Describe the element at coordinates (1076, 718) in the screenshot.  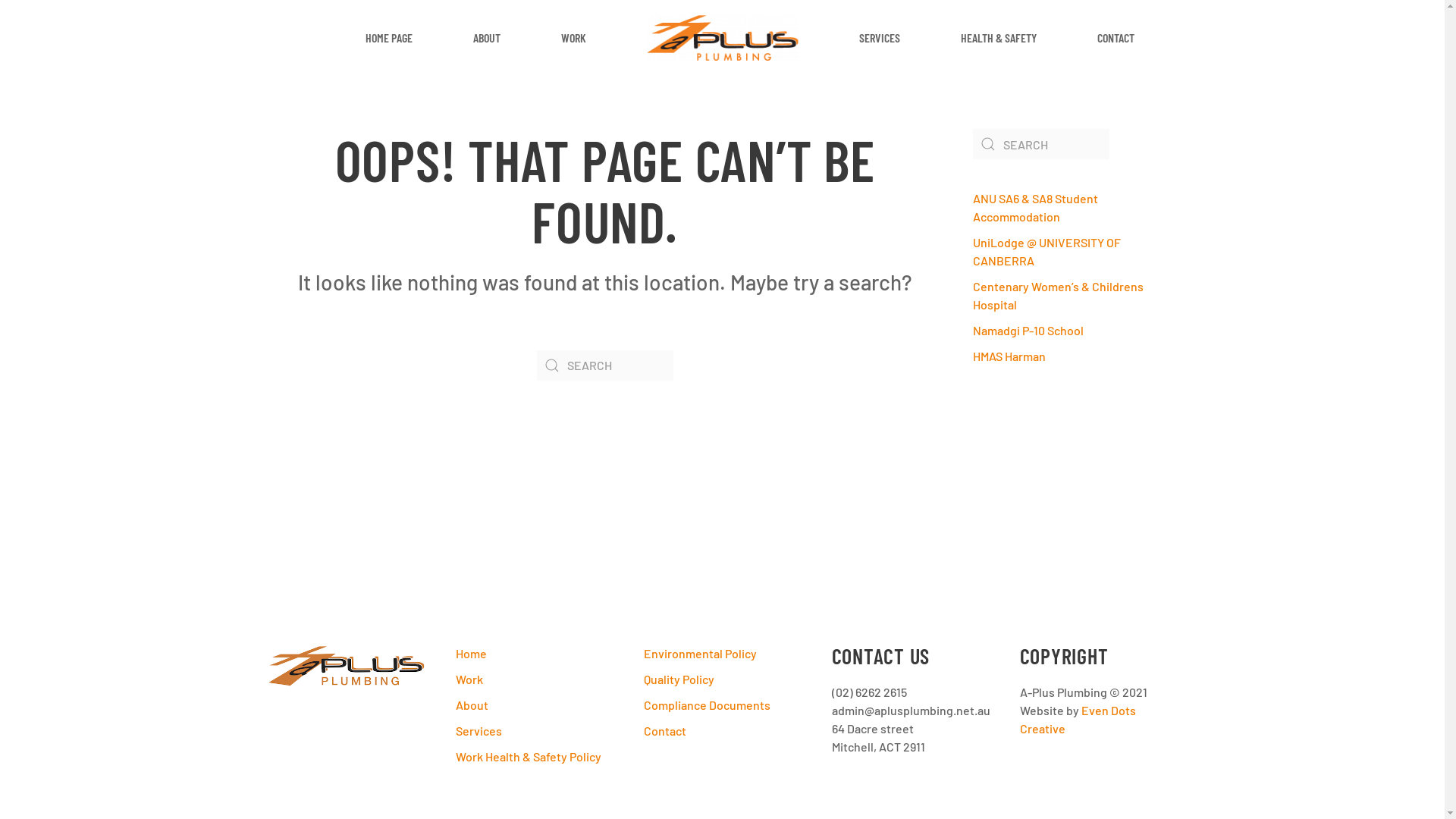
I see `'Even Dots Creative'` at that location.